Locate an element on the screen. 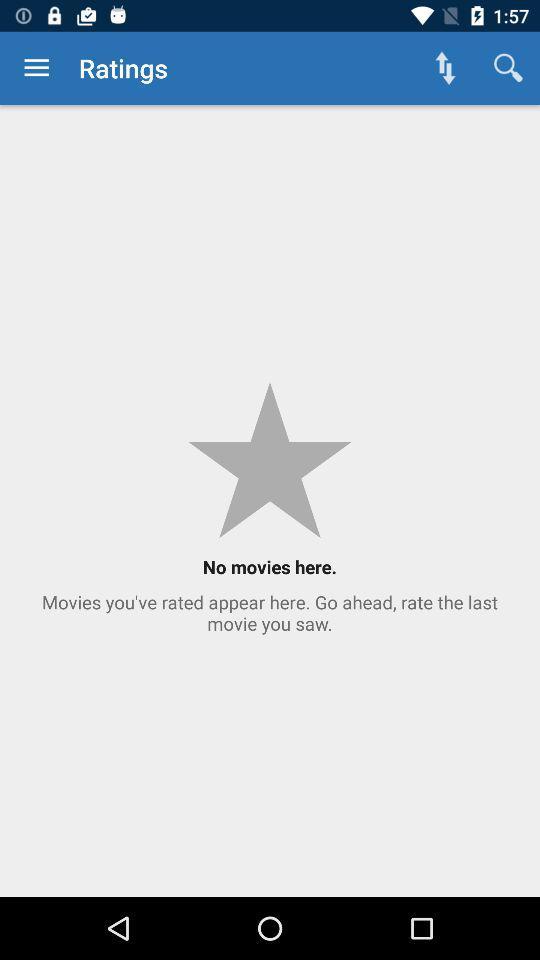  the item above movies you ve item is located at coordinates (36, 68).